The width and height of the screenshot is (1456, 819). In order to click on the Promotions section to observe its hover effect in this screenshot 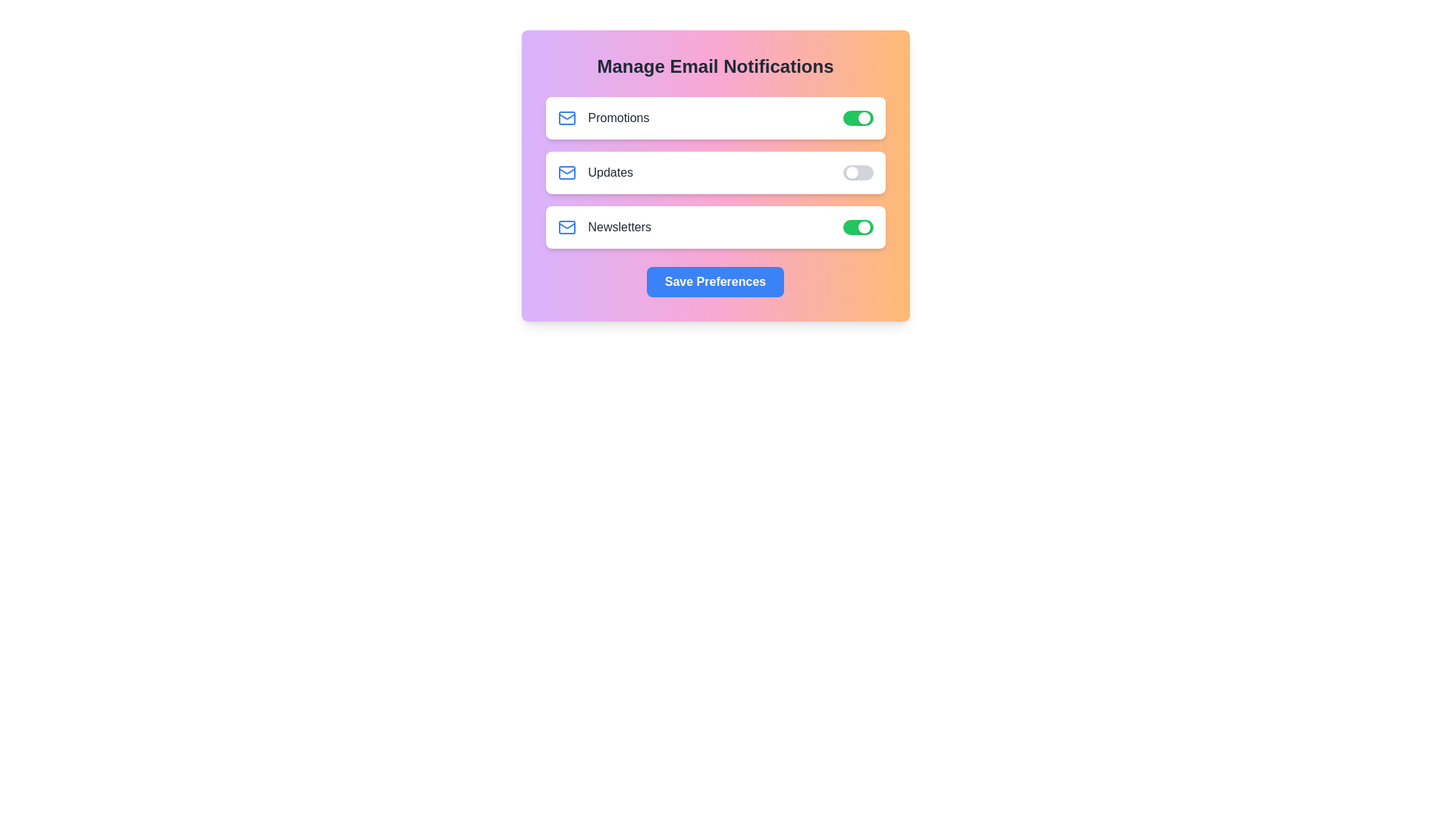, I will do `click(714, 117)`.